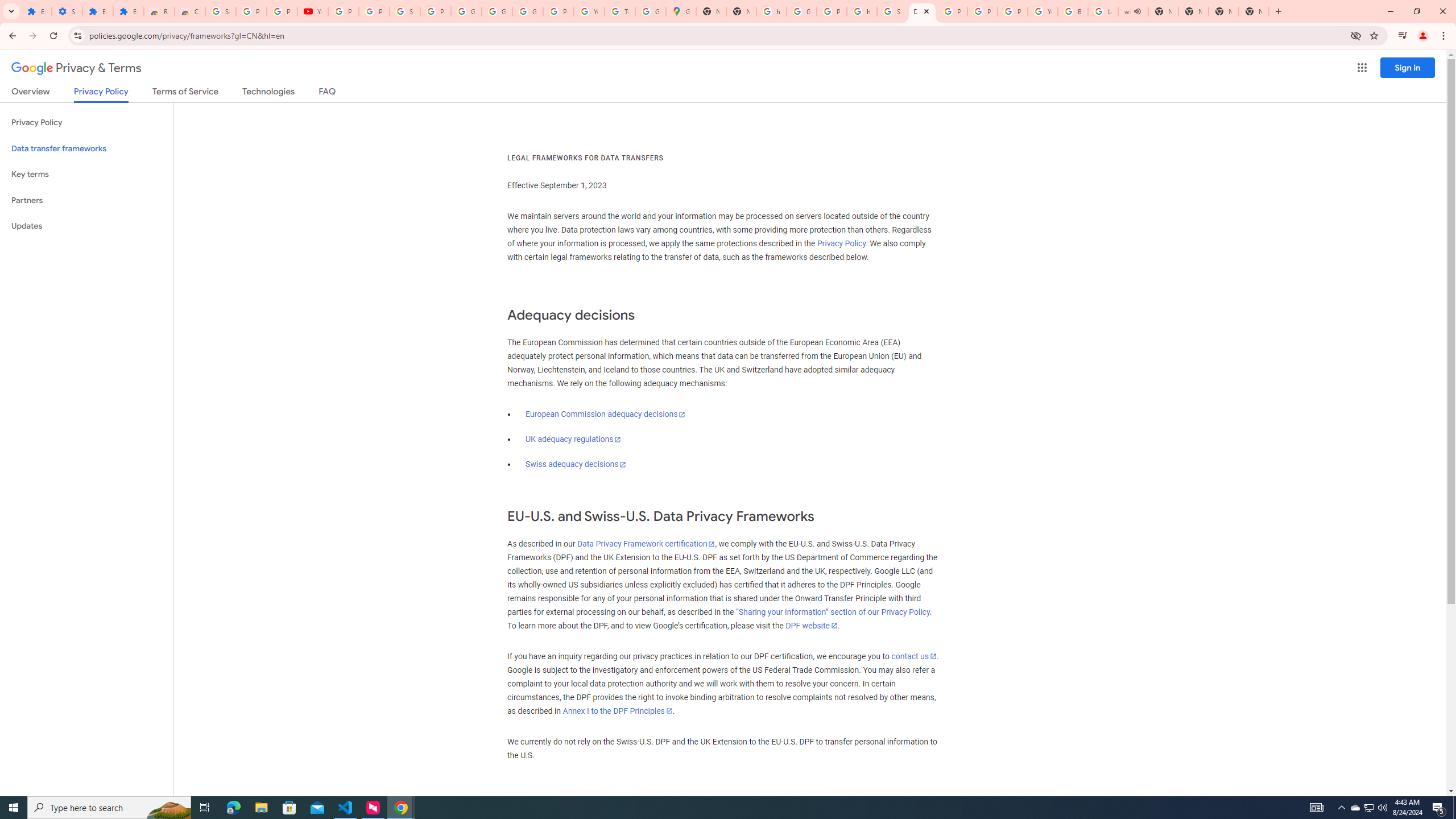  I want to click on 'Annex I to the DPF Principles', so click(617, 710).